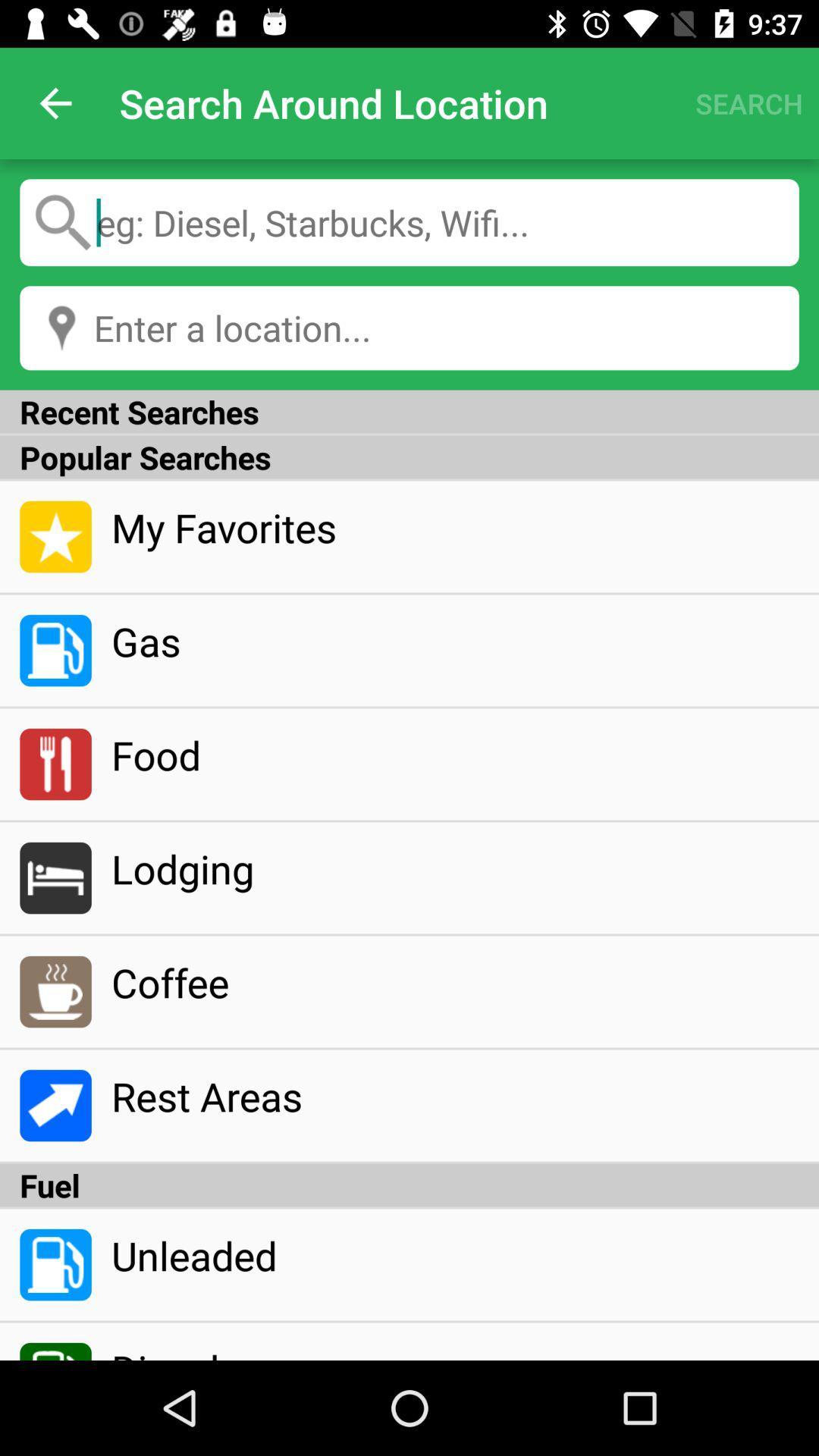 The height and width of the screenshot is (1456, 819). I want to click on food item, so click(454, 755).